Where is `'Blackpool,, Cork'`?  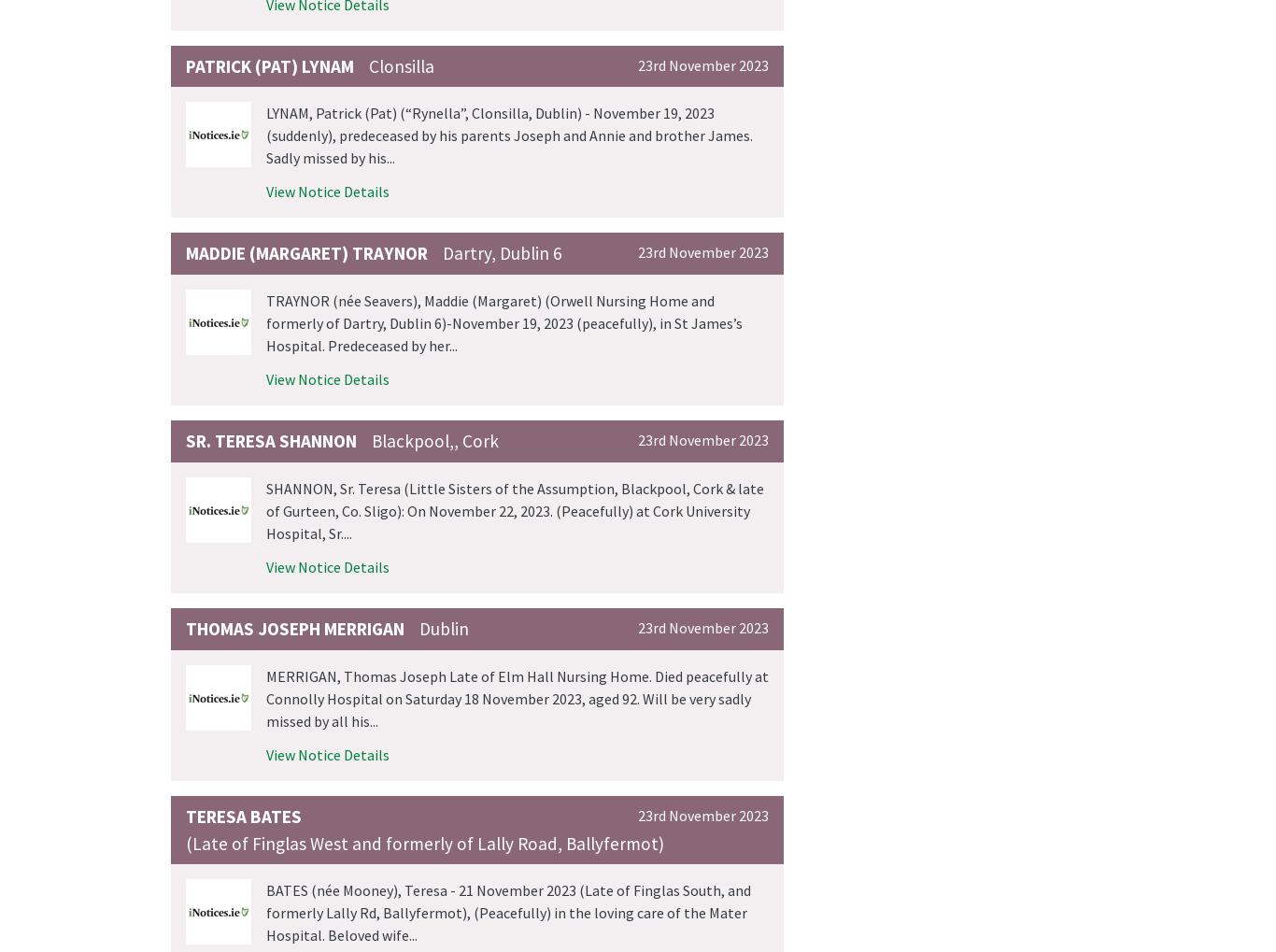
'Blackpool,, Cork' is located at coordinates (371, 440).